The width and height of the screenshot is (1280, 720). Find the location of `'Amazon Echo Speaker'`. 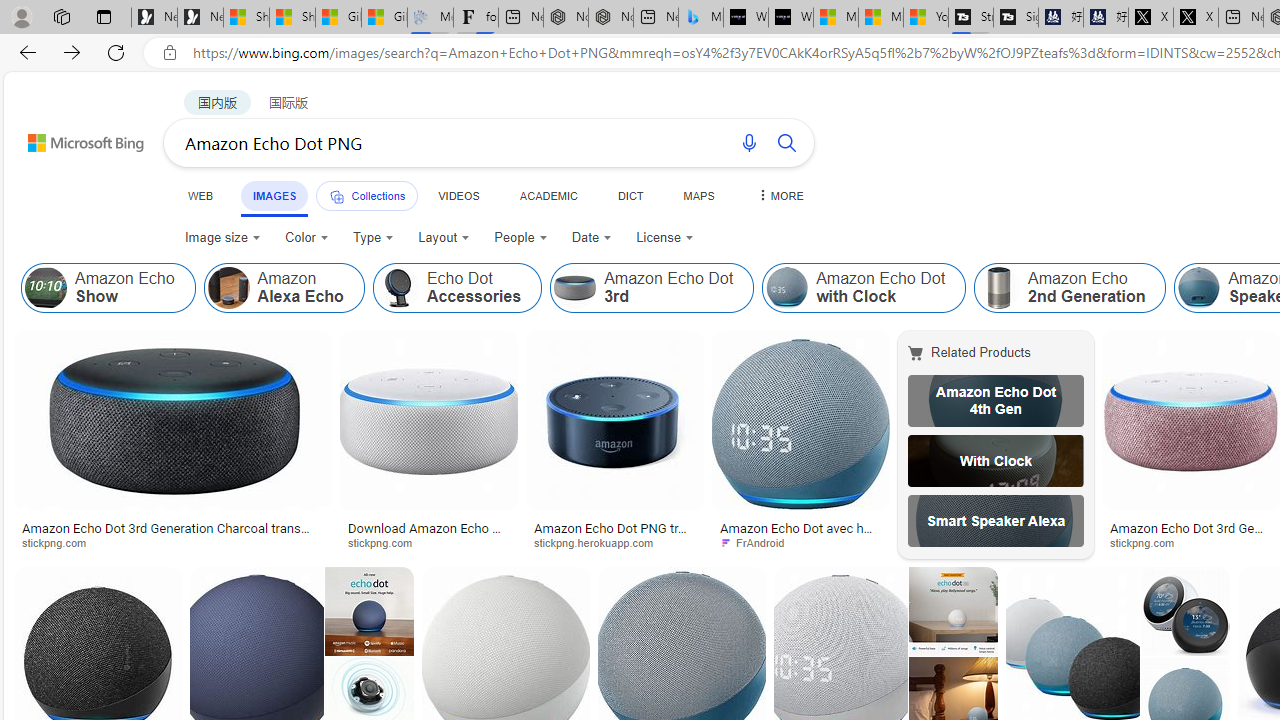

'Amazon Echo Speaker' is located at coordinates (1199, 288).